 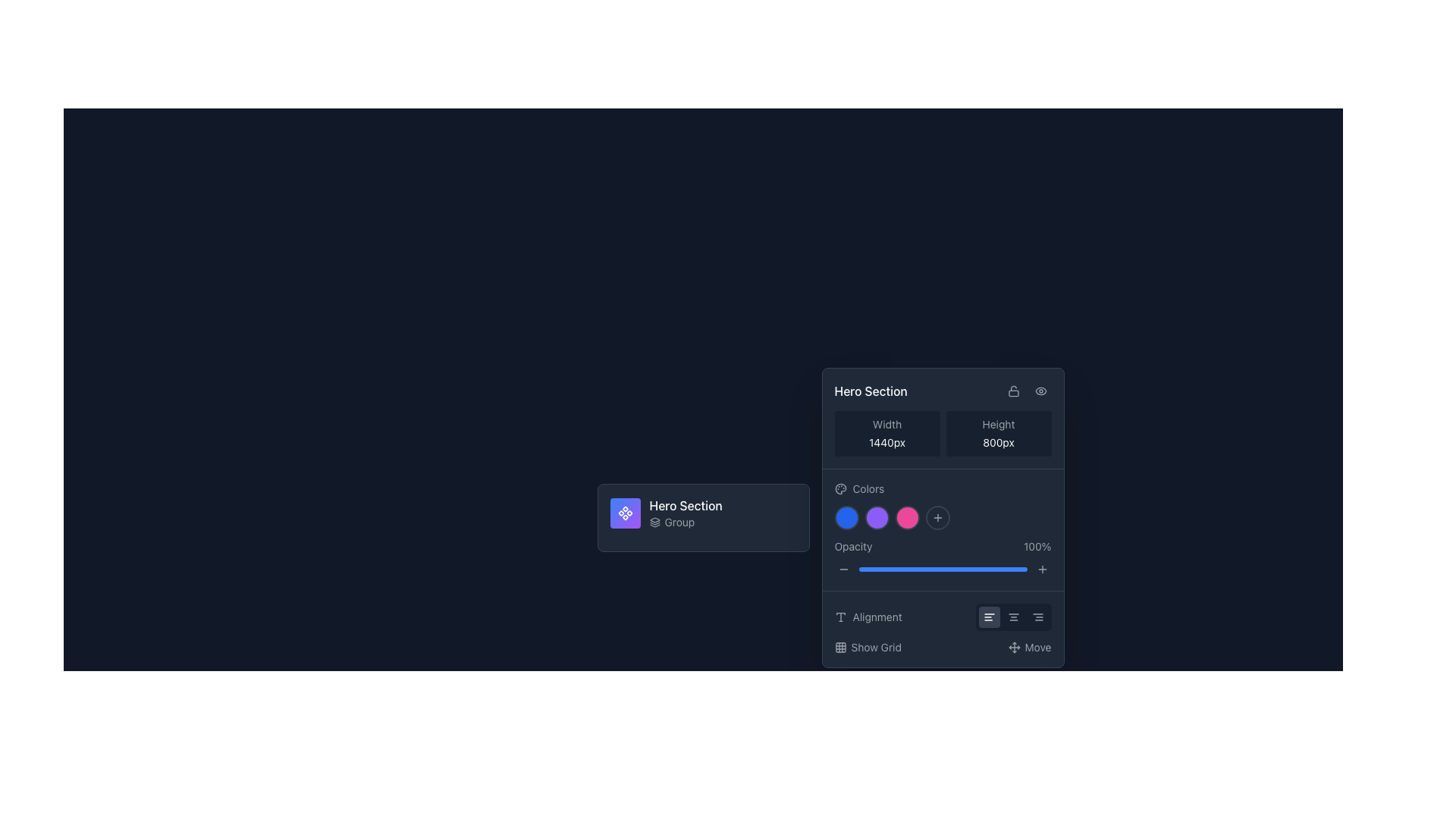 What do you see at coordinates (1013, 391) in the screenshot?
I see `the lock/unlock icon button located in the top-right corner of the 'Hero Section' panel` at bounding box center [1013, 391].